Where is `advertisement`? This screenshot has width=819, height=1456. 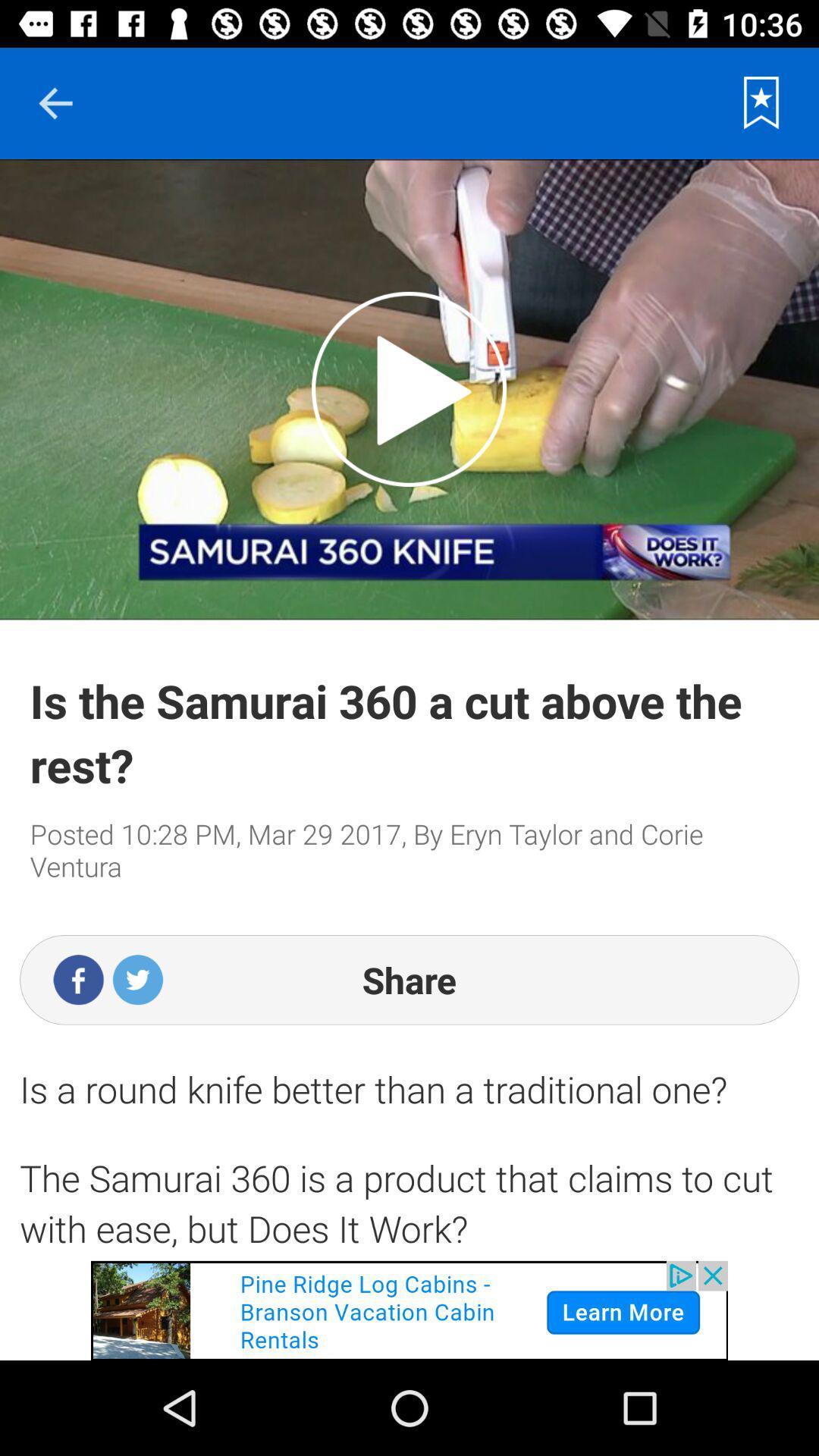 advertisement is located at coordinates (409, 1310).